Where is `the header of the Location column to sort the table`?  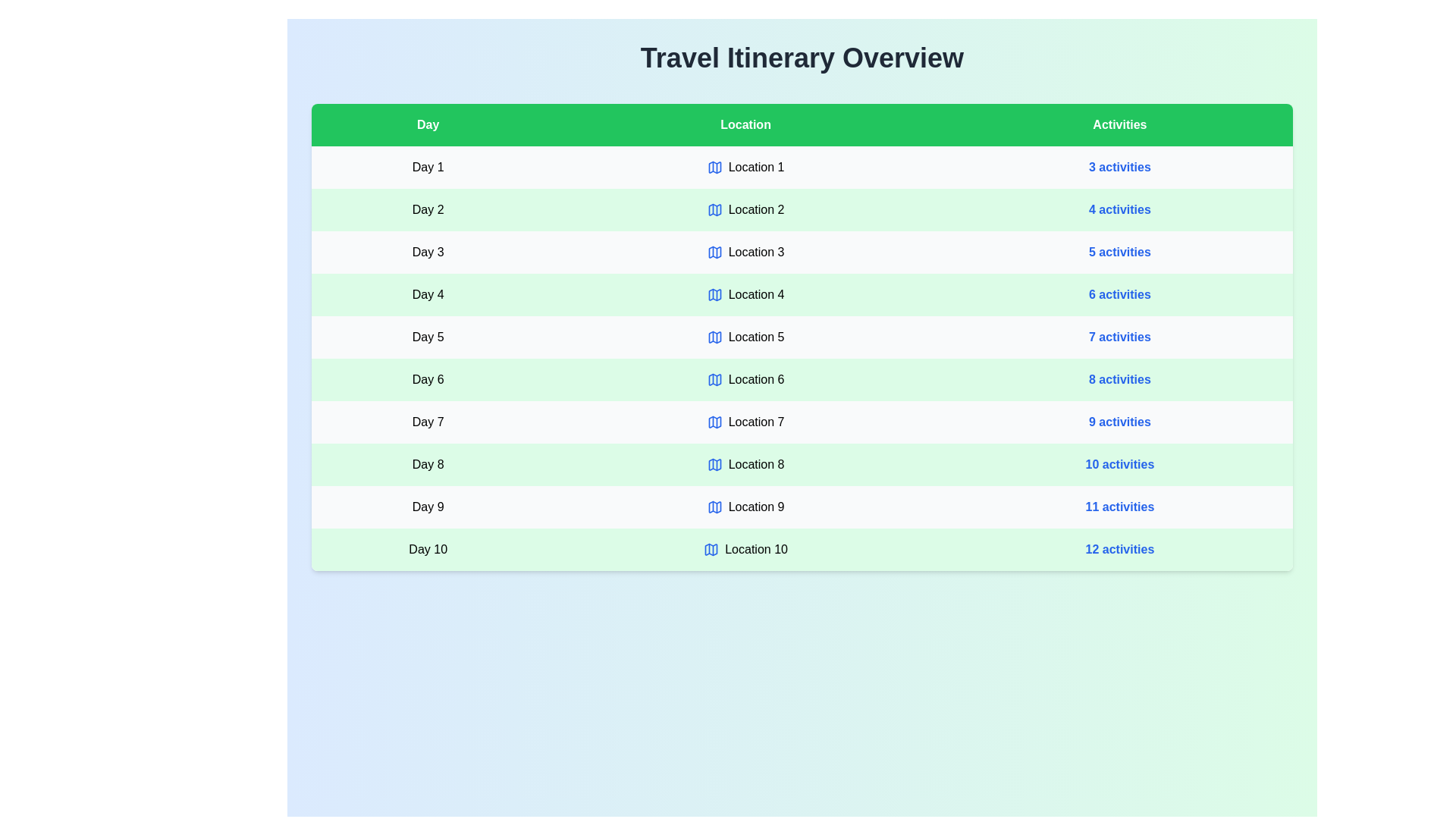
the header of the Location column to sort the table is located at coordinates (745, 124).